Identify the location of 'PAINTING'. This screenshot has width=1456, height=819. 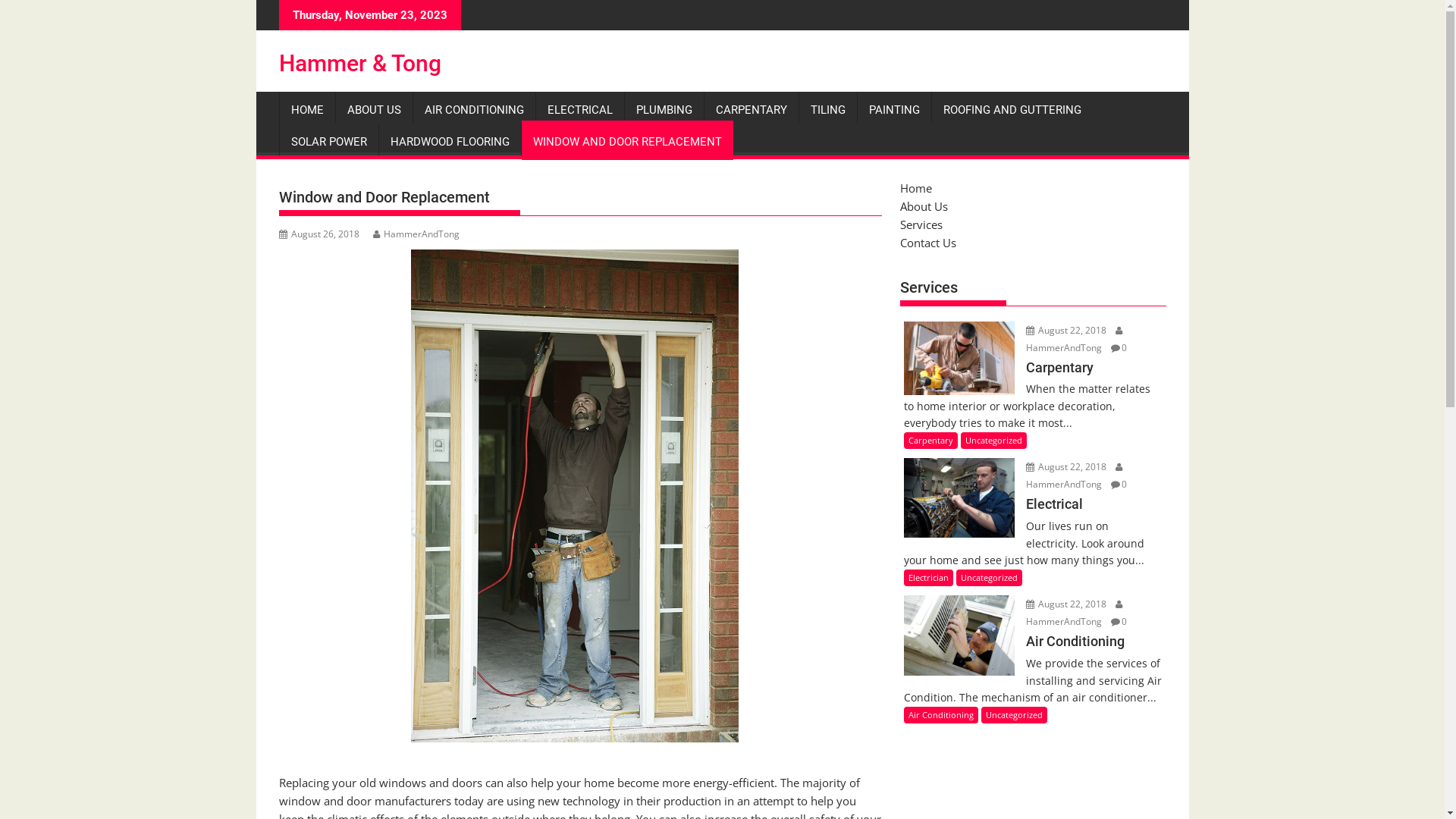
(856, 109).